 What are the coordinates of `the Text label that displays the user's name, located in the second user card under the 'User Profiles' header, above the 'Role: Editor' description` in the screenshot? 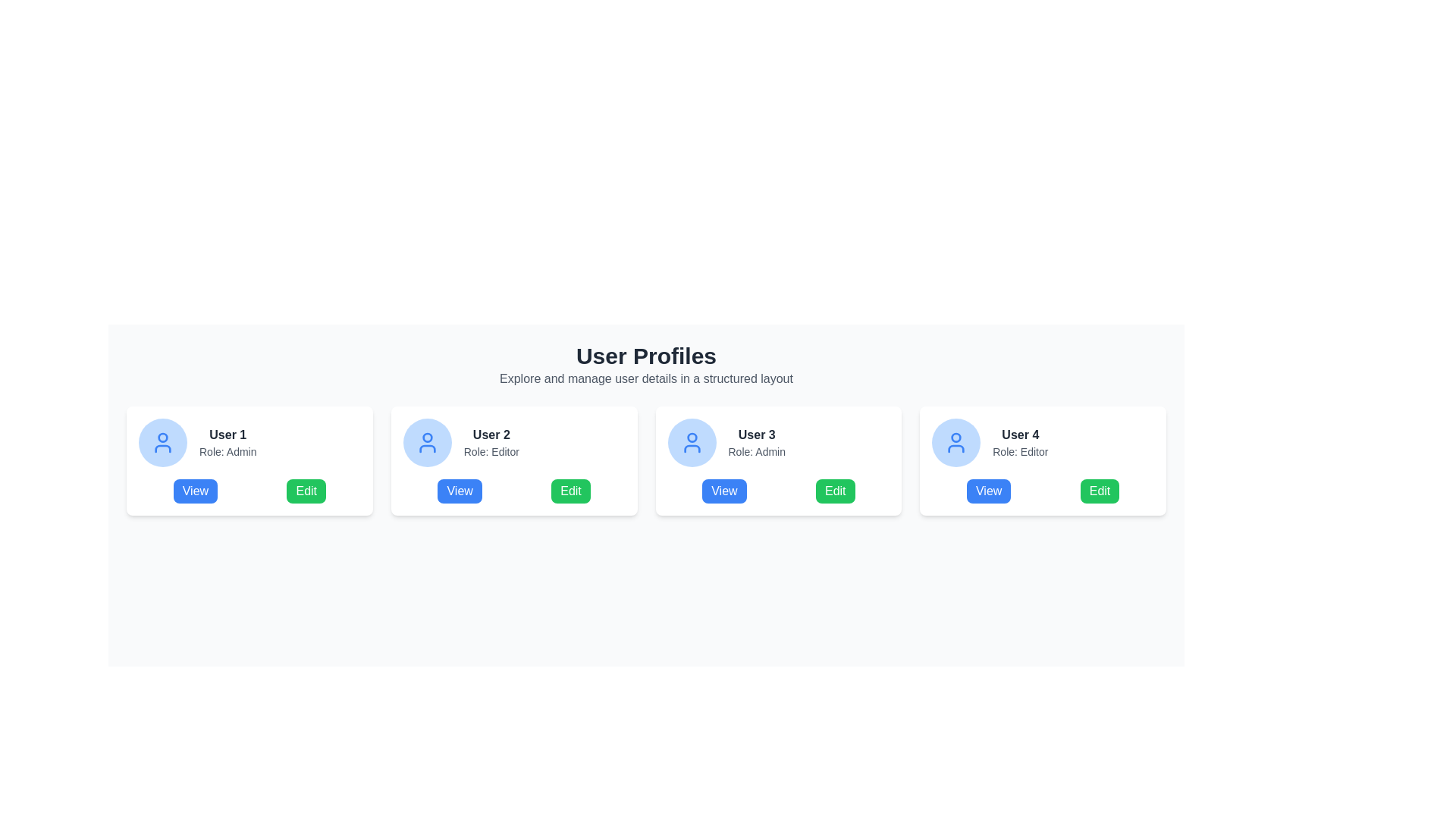 It's located at (491, 435).